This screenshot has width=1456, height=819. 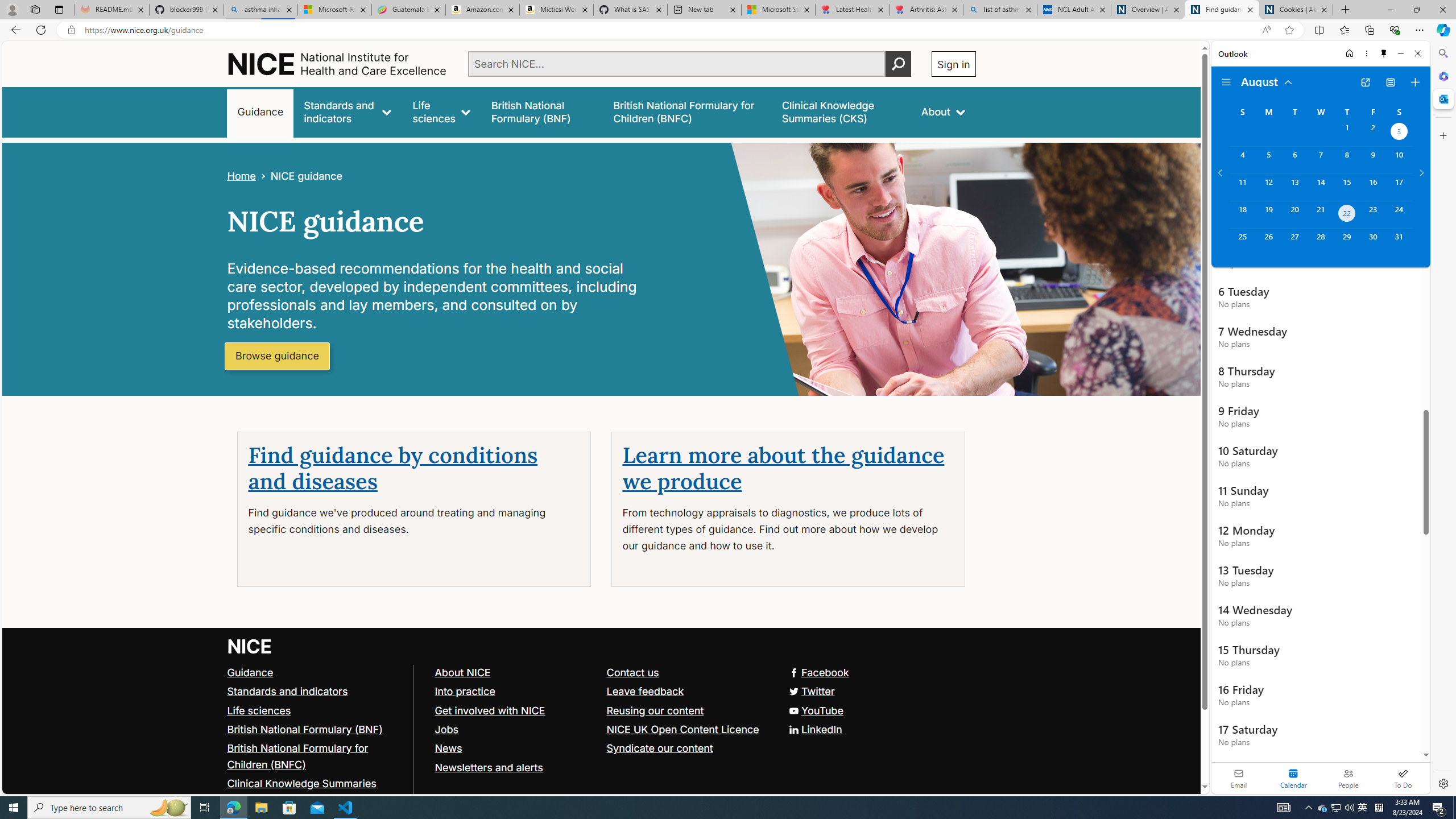 What do you see at coordinates (1419, 29) in the screenshot?
I see `'Settings and more (Alt+F)'` at bounding box center [1419, 29].